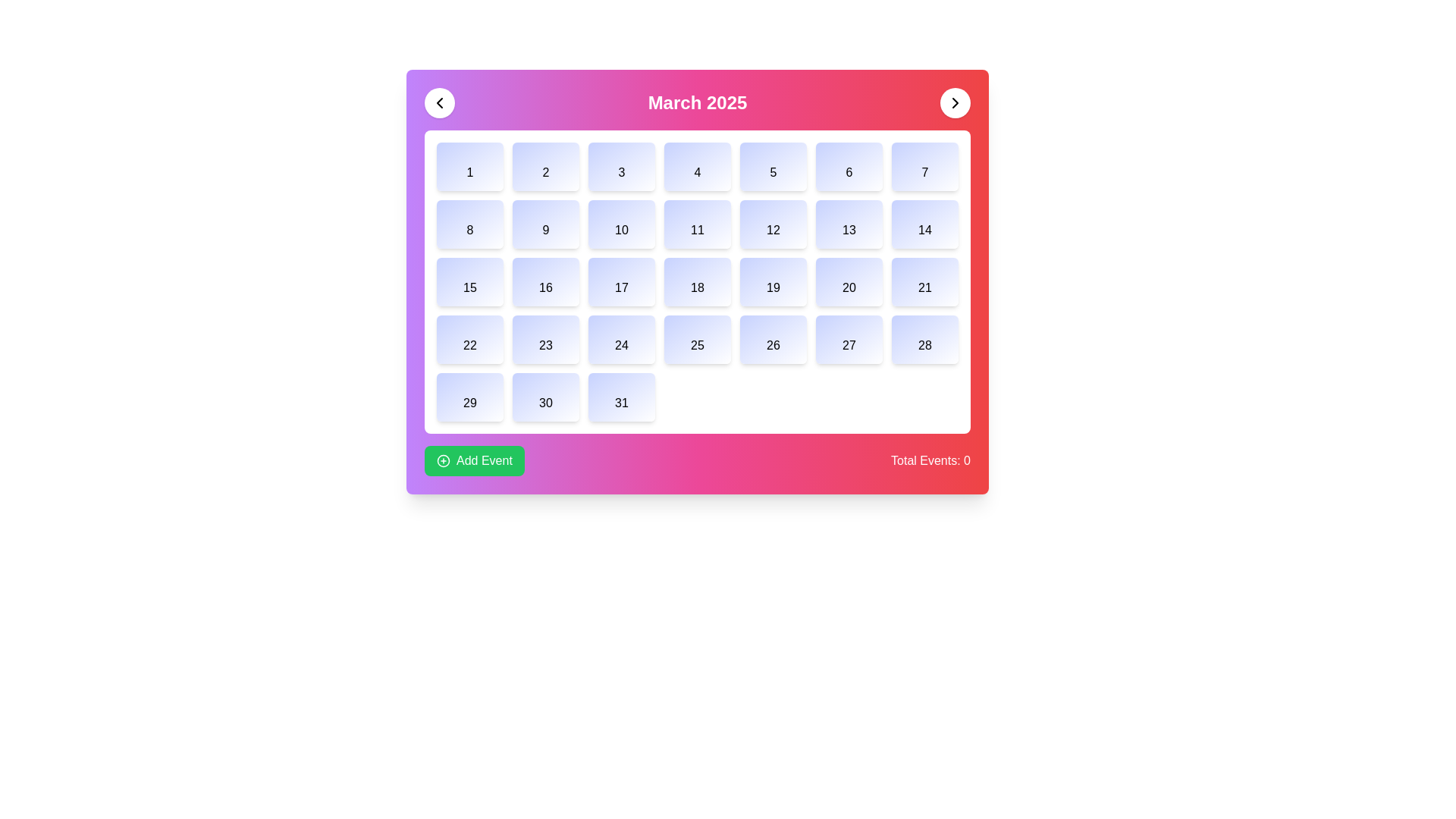 This screenshot has width=1456, height=819. What do you see at coordinates (924, 338) in the screenshot?
I see `the Boxed text item representing the 28th day in the calendar grid` at bounding box center [924, 338].